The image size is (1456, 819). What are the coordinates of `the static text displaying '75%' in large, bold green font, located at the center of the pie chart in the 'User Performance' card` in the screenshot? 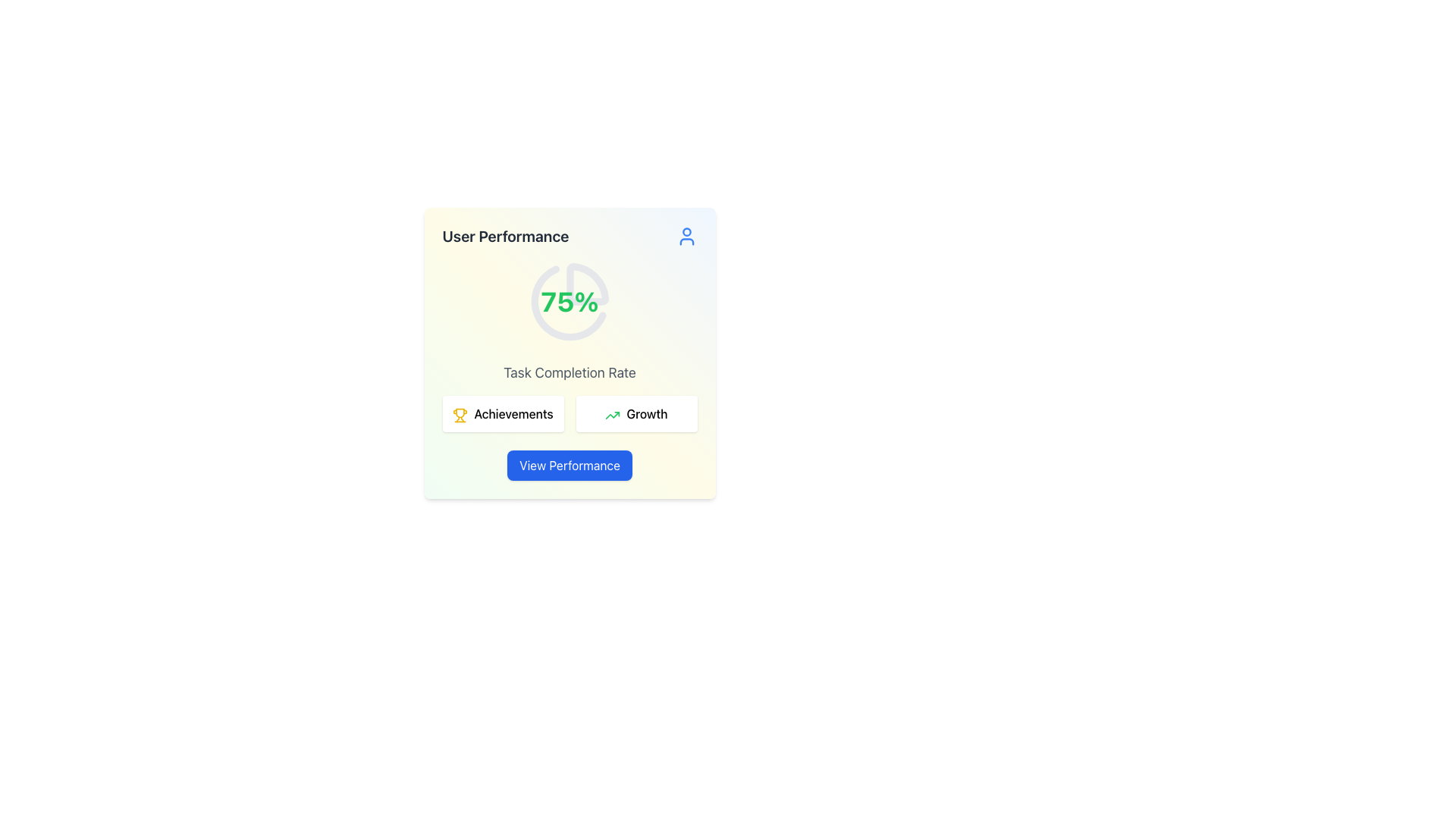 It's located at (569, 301).